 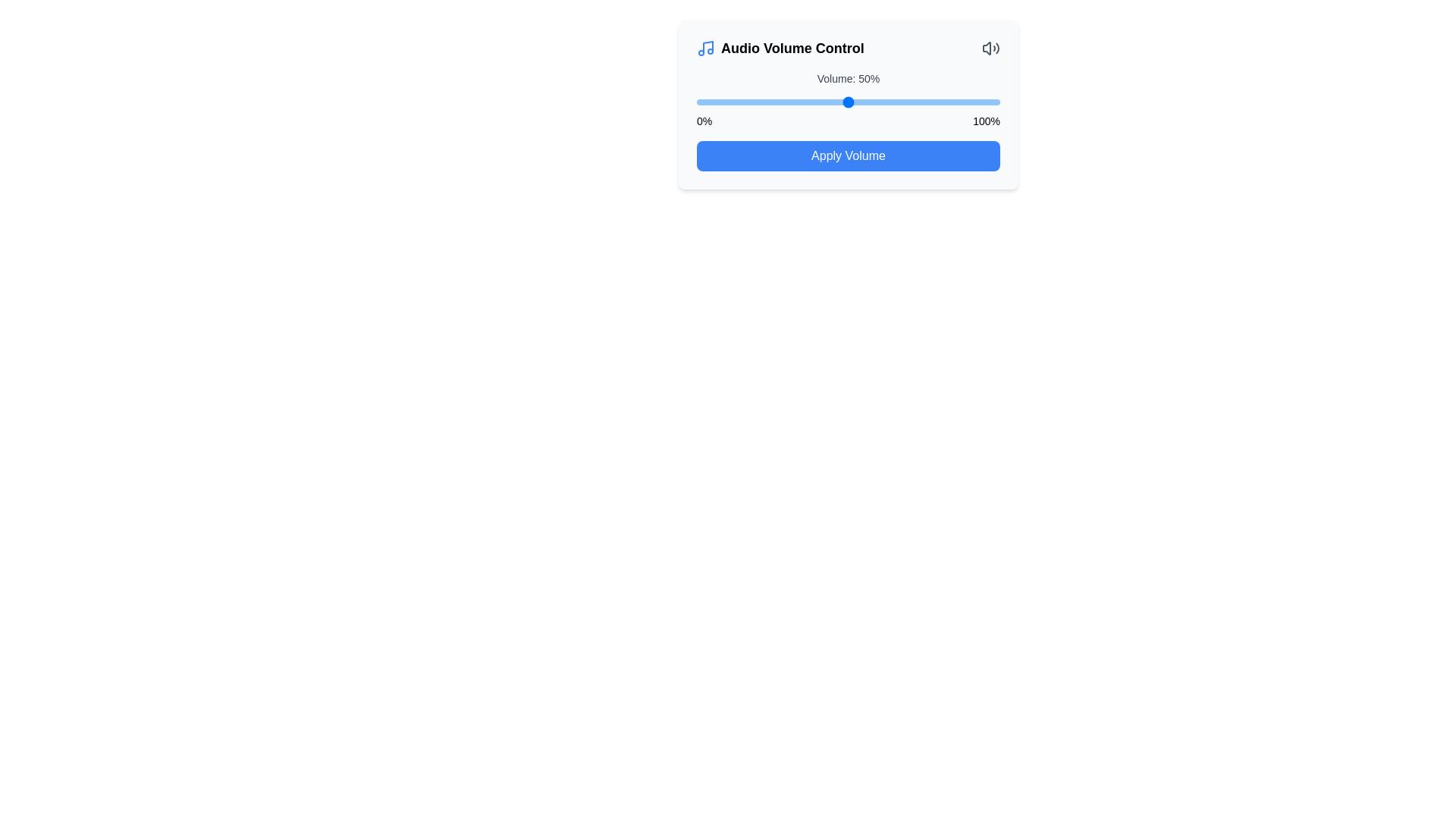 What do you see at coordinates (847, 120) in the screenshot?
I see `the static informational text displaying '0%' and '100%' which indicates the minimum and maximum values of the volume control, positioned below the range slider labeled 'Volume: 50%'` at bounding box center [847, 120].